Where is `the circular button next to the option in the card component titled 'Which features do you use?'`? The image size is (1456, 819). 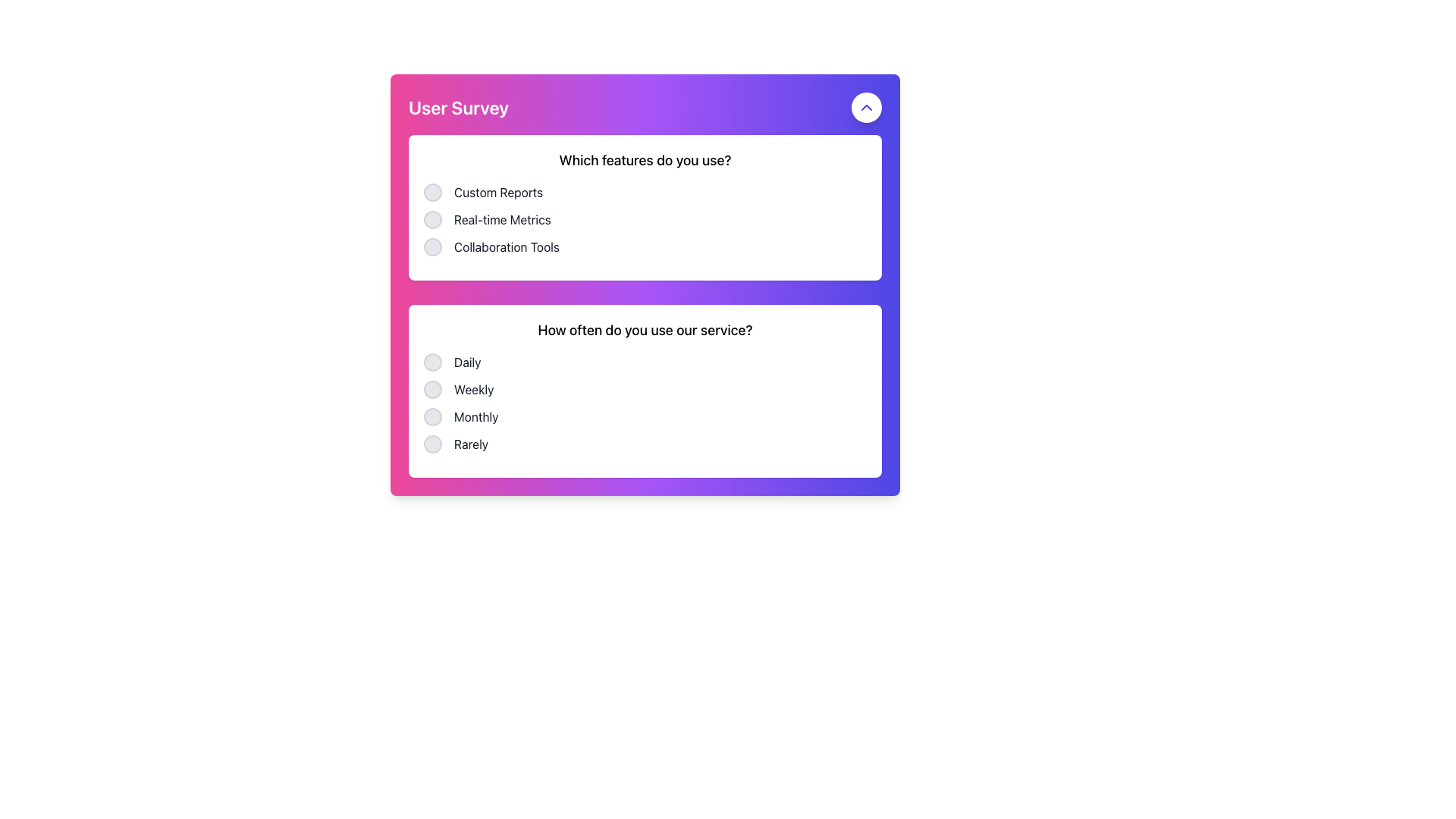 the circular button next to the option in the card component titled 'Which features do you use?' is located at coordinates (645, 207).